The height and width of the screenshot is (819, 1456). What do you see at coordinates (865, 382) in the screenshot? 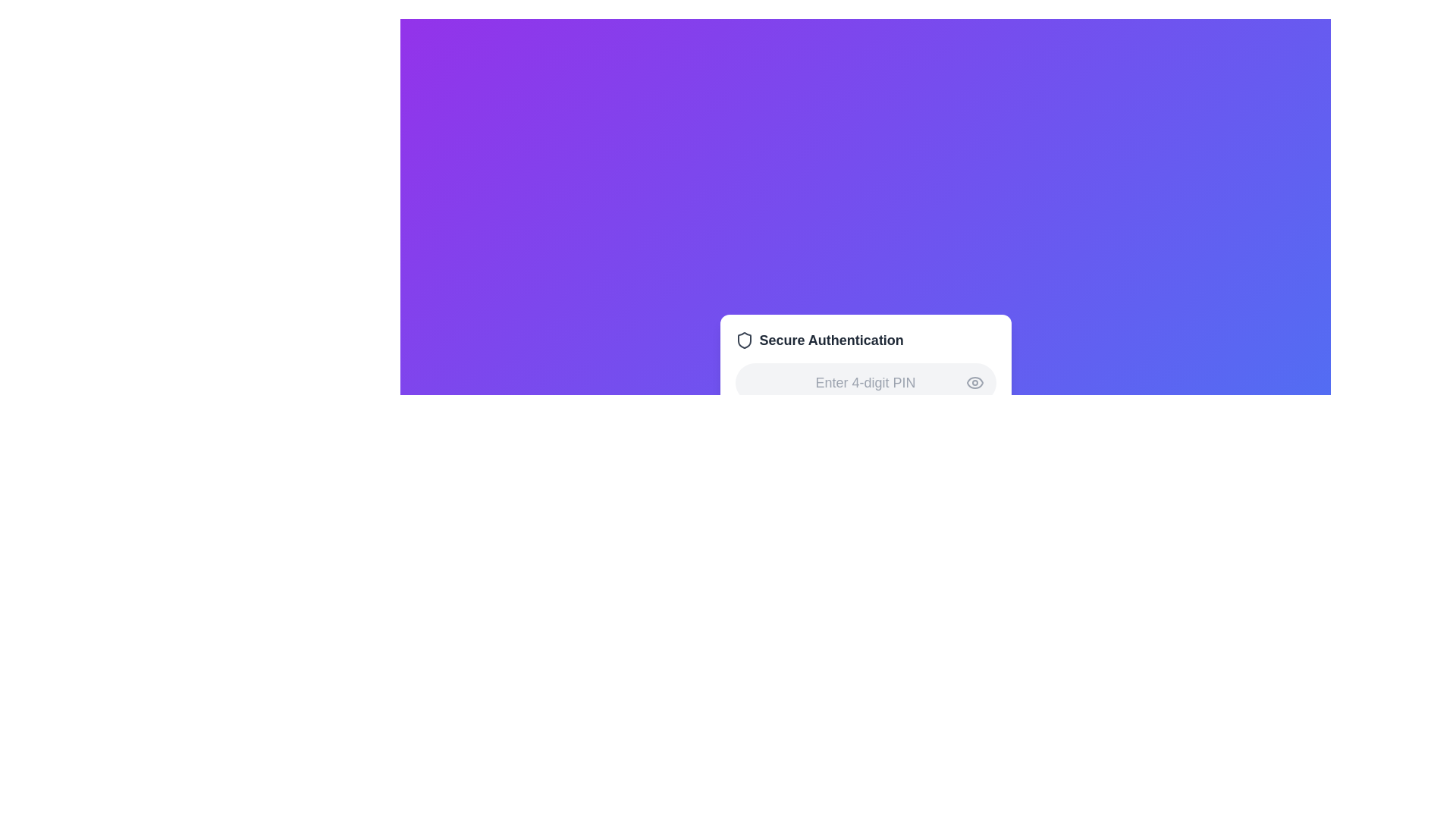
I see `the text input field for the 4-digit PIN to focus and prepare for digit entry` at bounding box center [865, 382].